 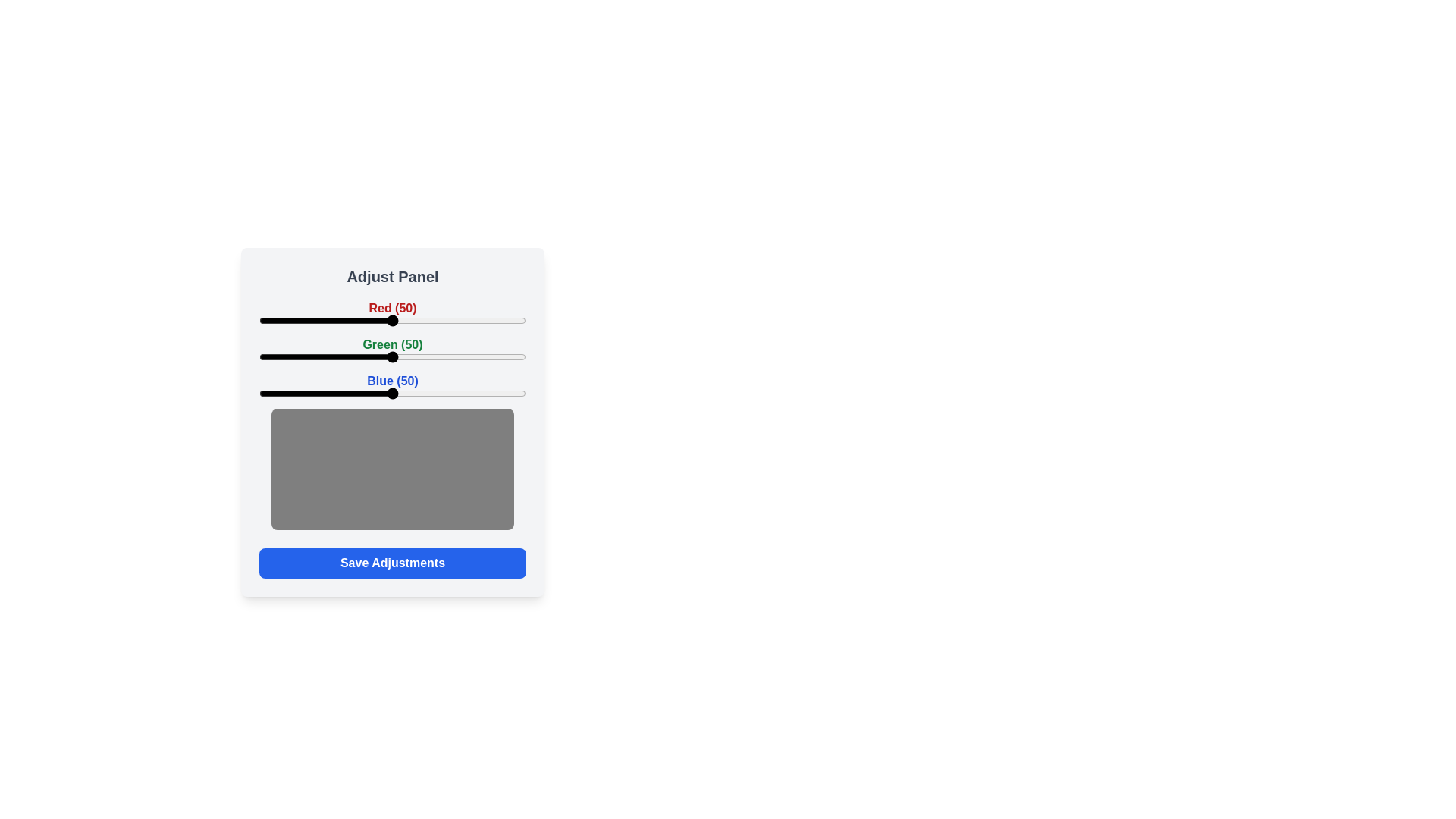 What do you see at coordinates (376, 393) in the screenshot?
I see `the blue slider to 44 percent` at bounding box center [376, 393].